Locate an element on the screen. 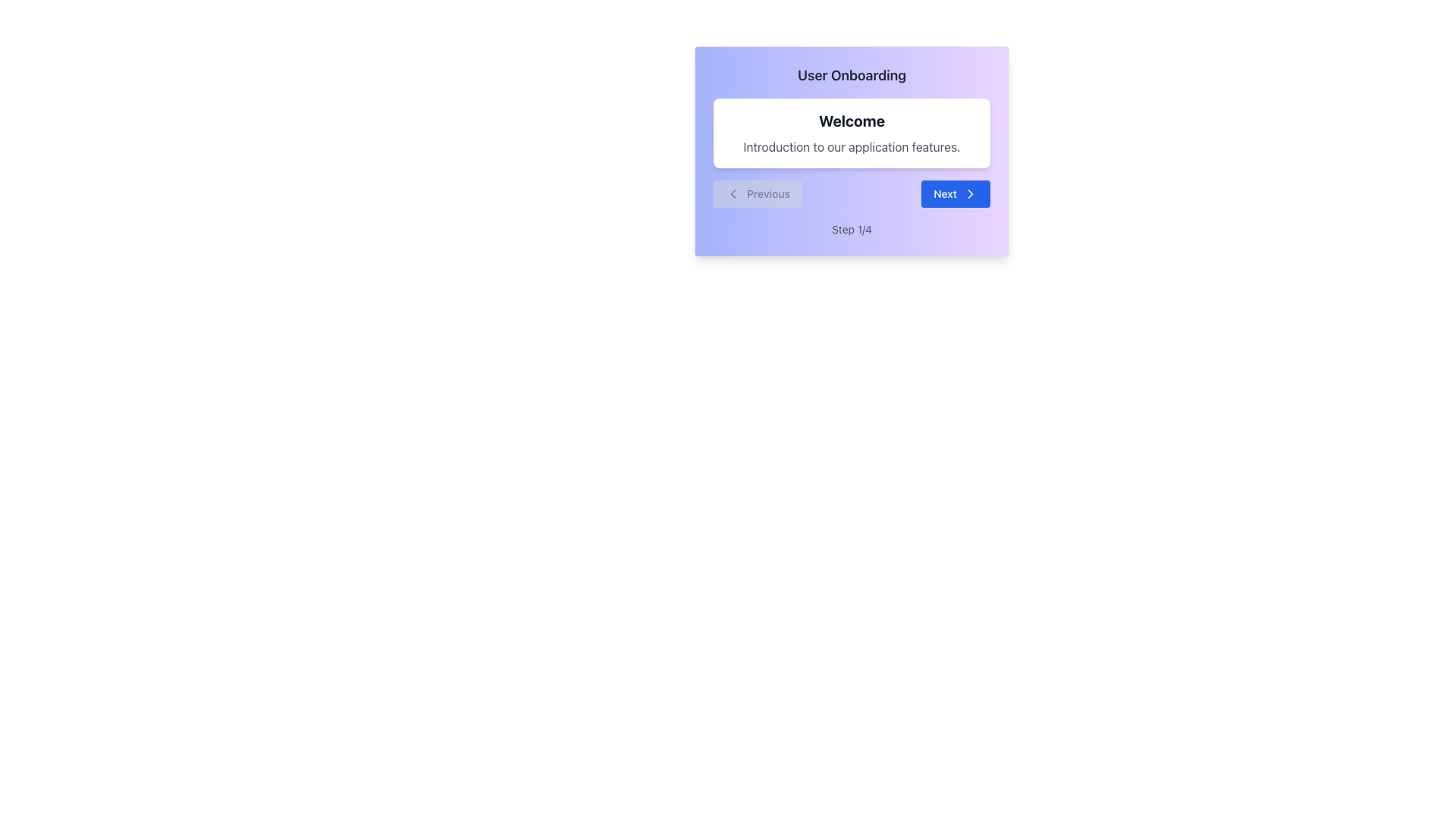 The width and height of the screenshot is (1456, 819). text content of the progress indicator label showing the current step in the User Onboarding panel, located below the navigation controls 'Previous' and 'Next' is located at coordinates (852, 228).